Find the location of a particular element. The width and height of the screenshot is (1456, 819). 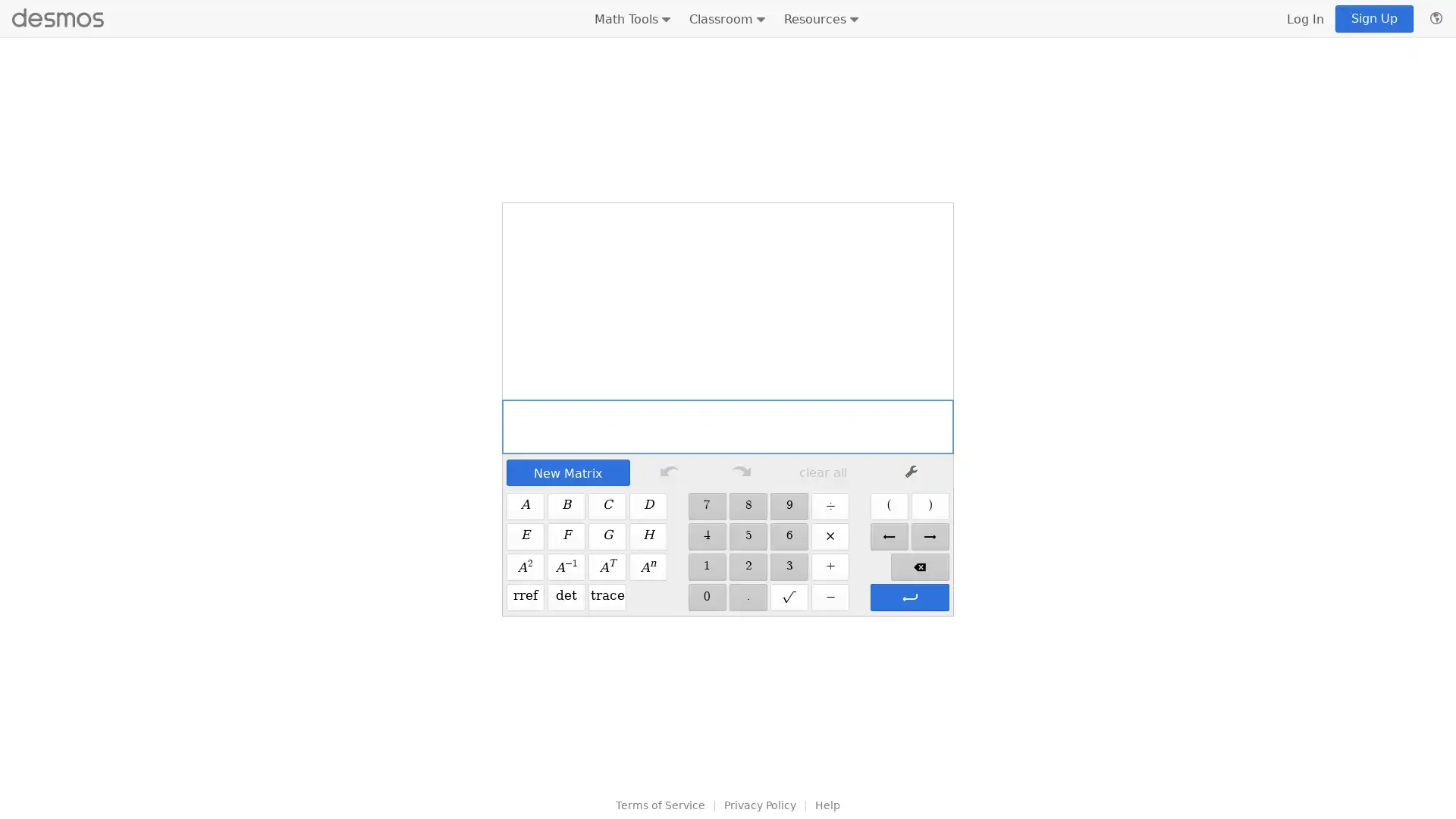

redo is located at coordinates (741, 472).